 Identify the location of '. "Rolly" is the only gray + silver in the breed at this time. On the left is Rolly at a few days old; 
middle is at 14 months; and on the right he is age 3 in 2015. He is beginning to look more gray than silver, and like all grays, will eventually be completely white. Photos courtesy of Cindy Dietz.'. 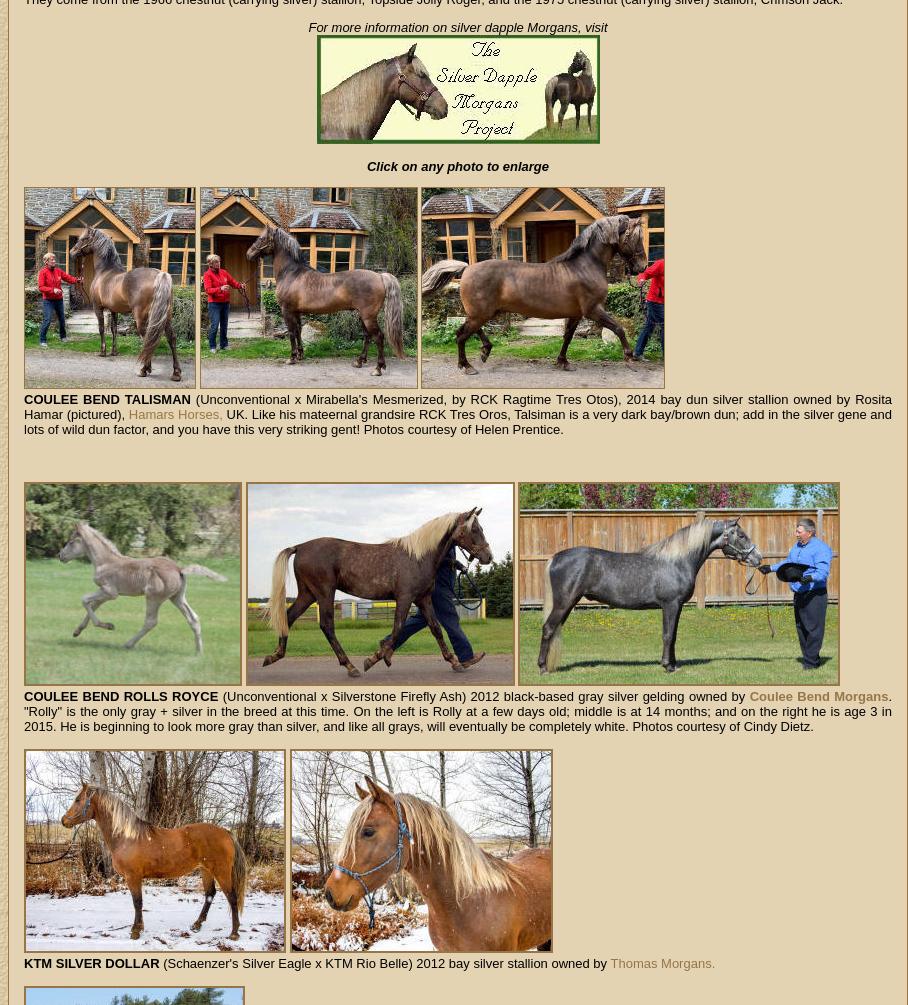
(456, 711).